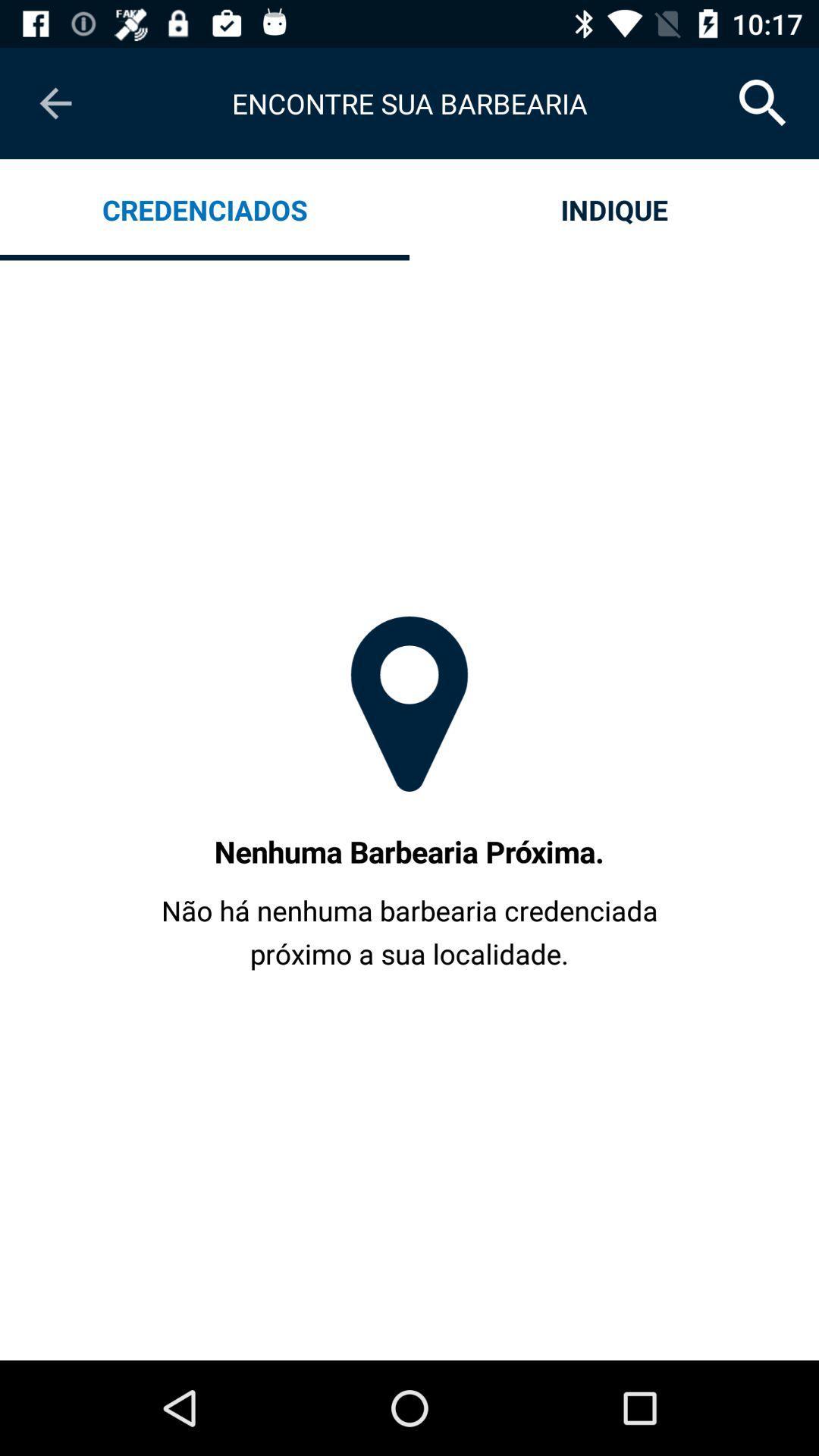 The width and height of the screenshot is (819, 1456). Describe the element at coordinates (763, 102) in the screenshot. I see `the icon next to the encontre sua barbearia icon` at that location.